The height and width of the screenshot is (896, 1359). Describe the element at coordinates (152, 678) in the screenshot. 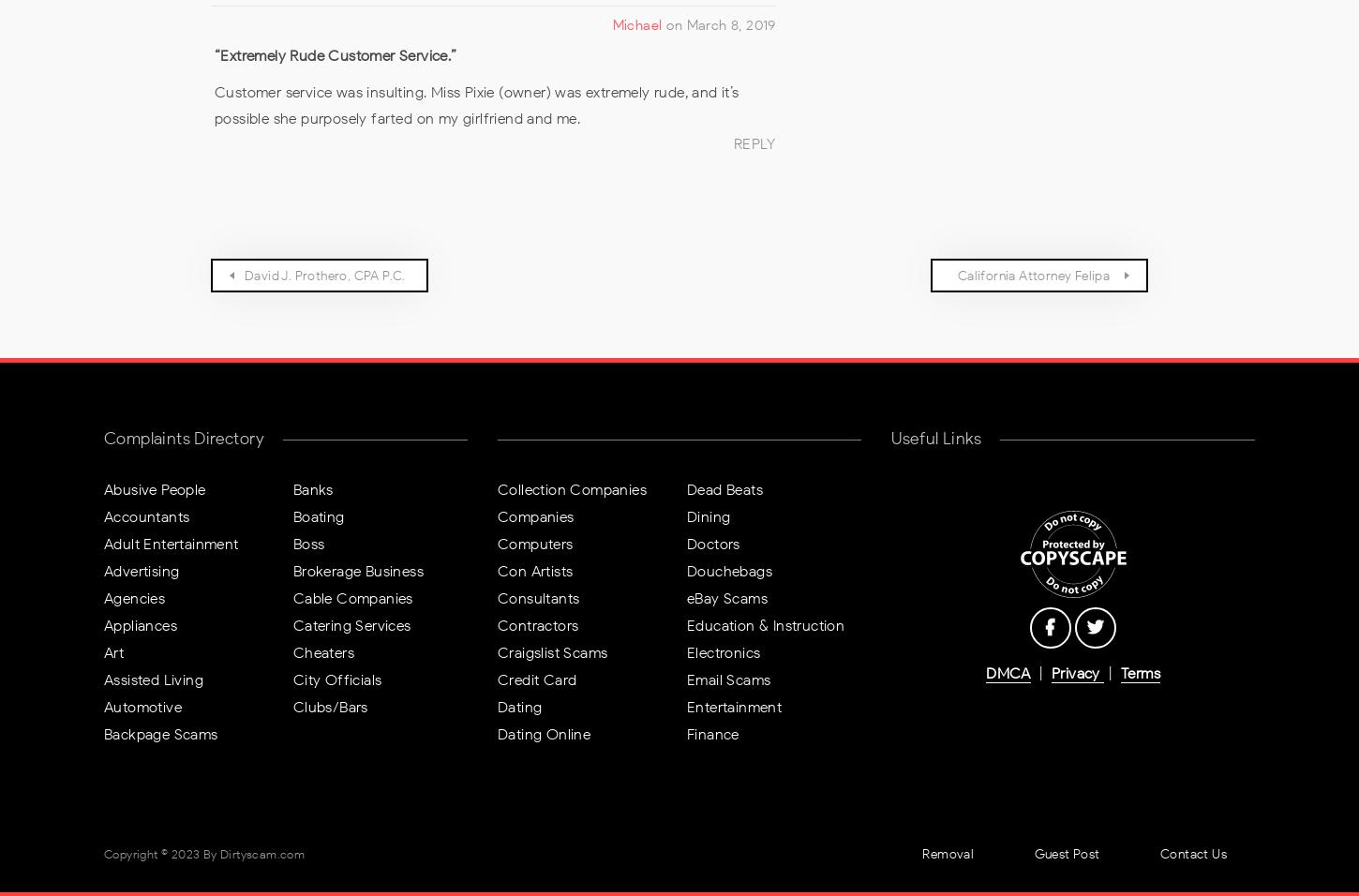

I see `'Assisted Living'` at that location.